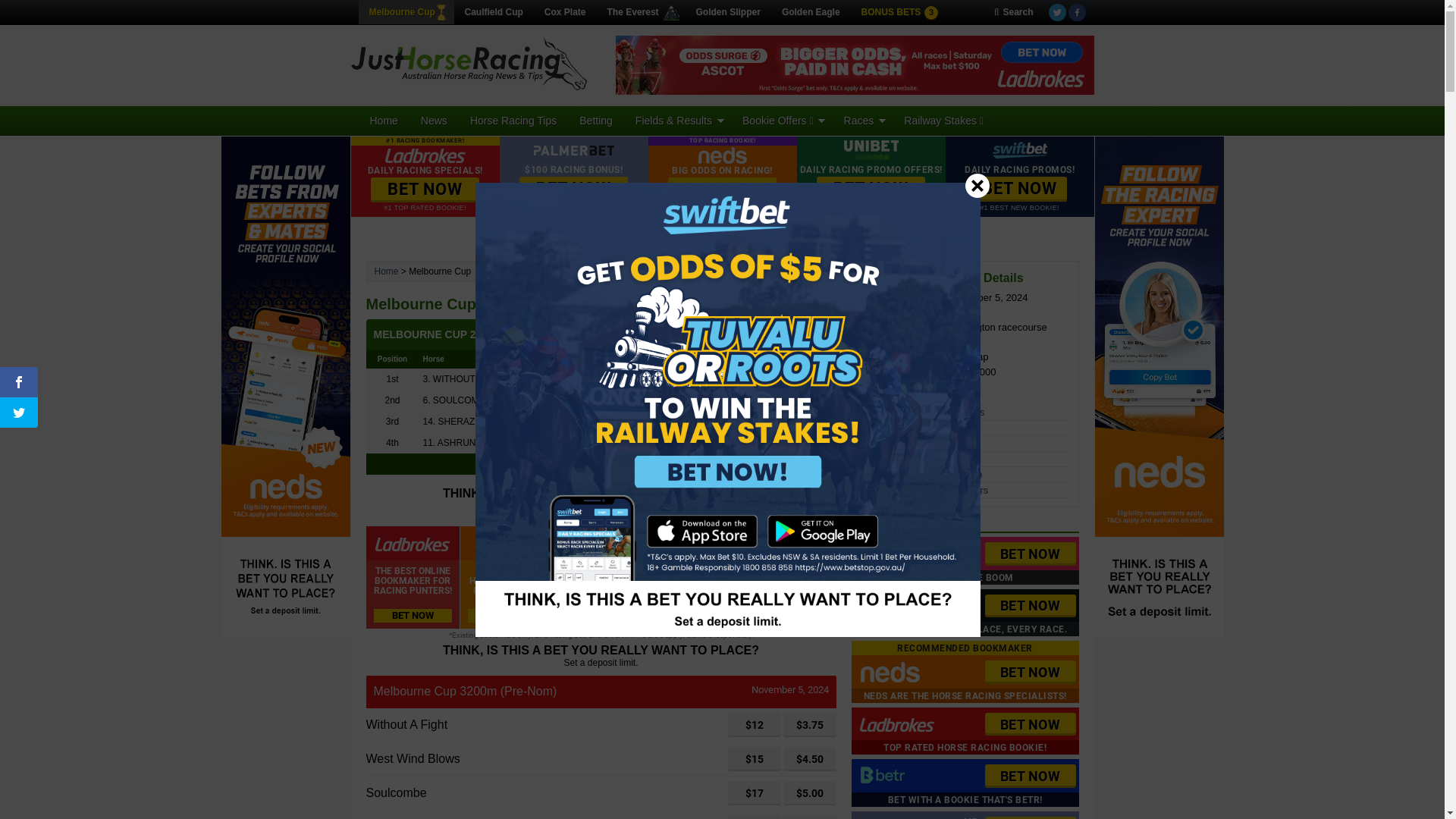 The image size is (1456, 819). I want to click on '$15', so click(754, 759).